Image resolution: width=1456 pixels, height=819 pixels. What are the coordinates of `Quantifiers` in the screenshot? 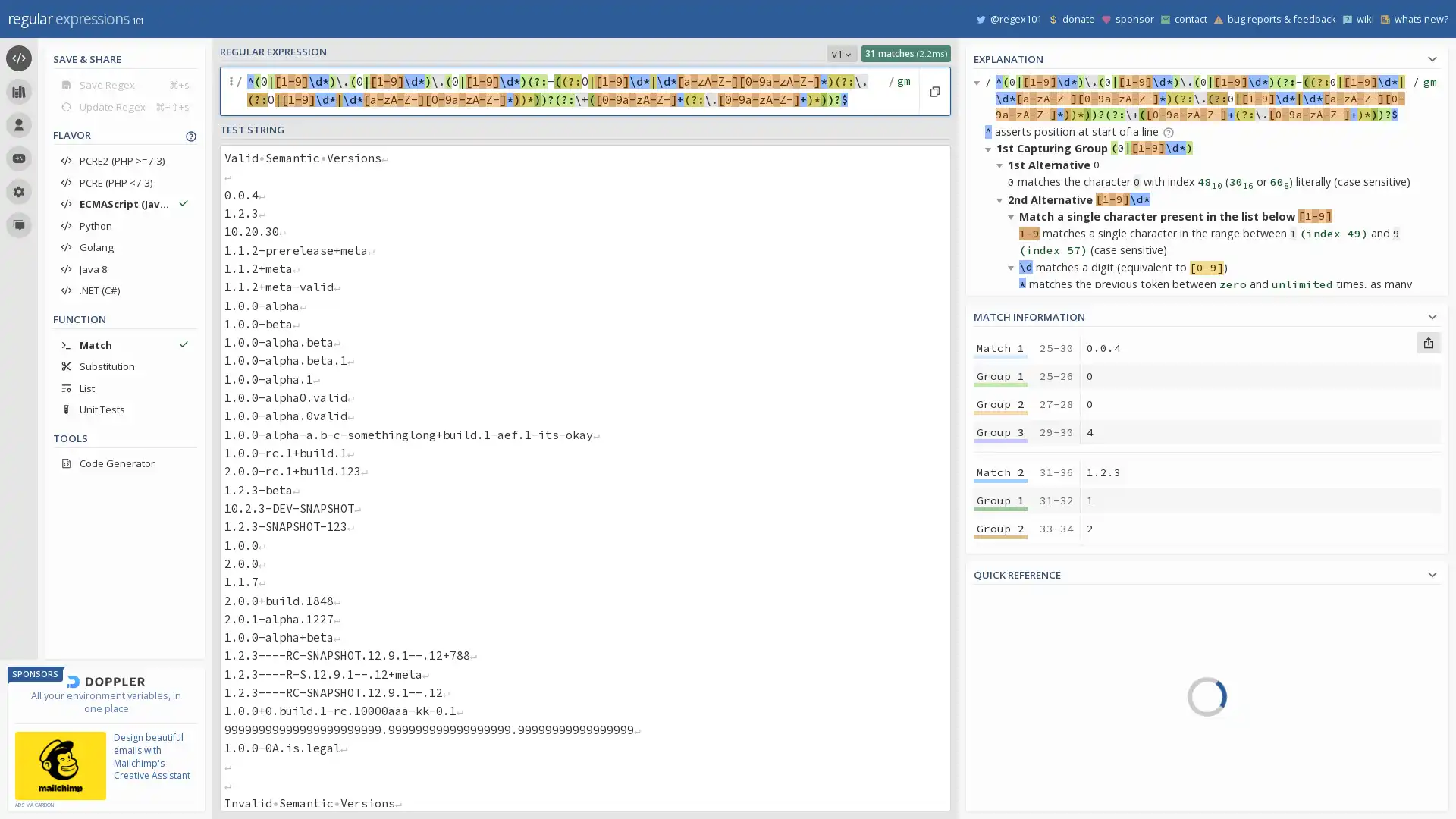 It's located at (1044, 736).